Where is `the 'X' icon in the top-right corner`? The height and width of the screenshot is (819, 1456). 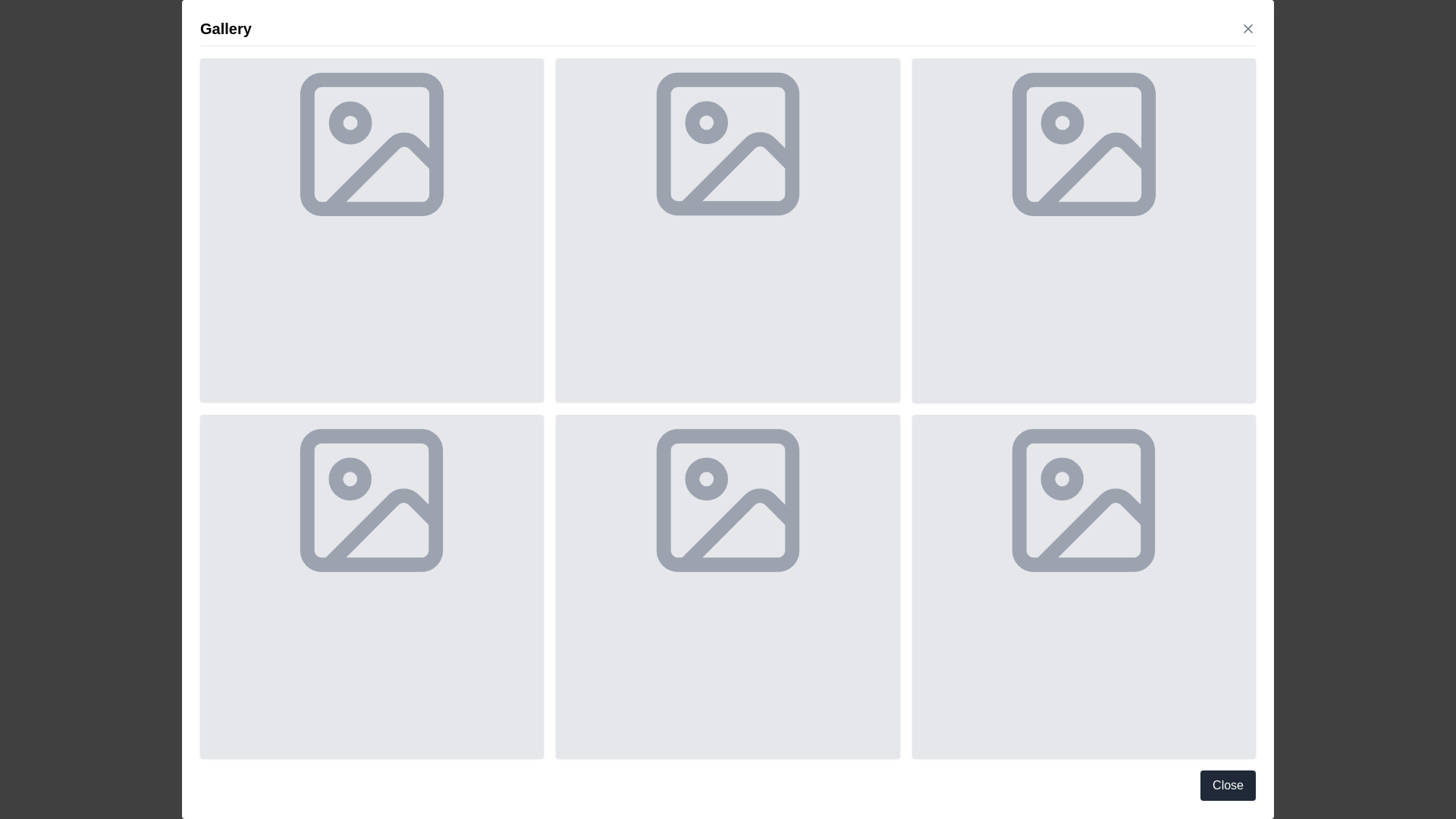
the 'X' icon in the top-right corner is located at coordinates (1248, 29).